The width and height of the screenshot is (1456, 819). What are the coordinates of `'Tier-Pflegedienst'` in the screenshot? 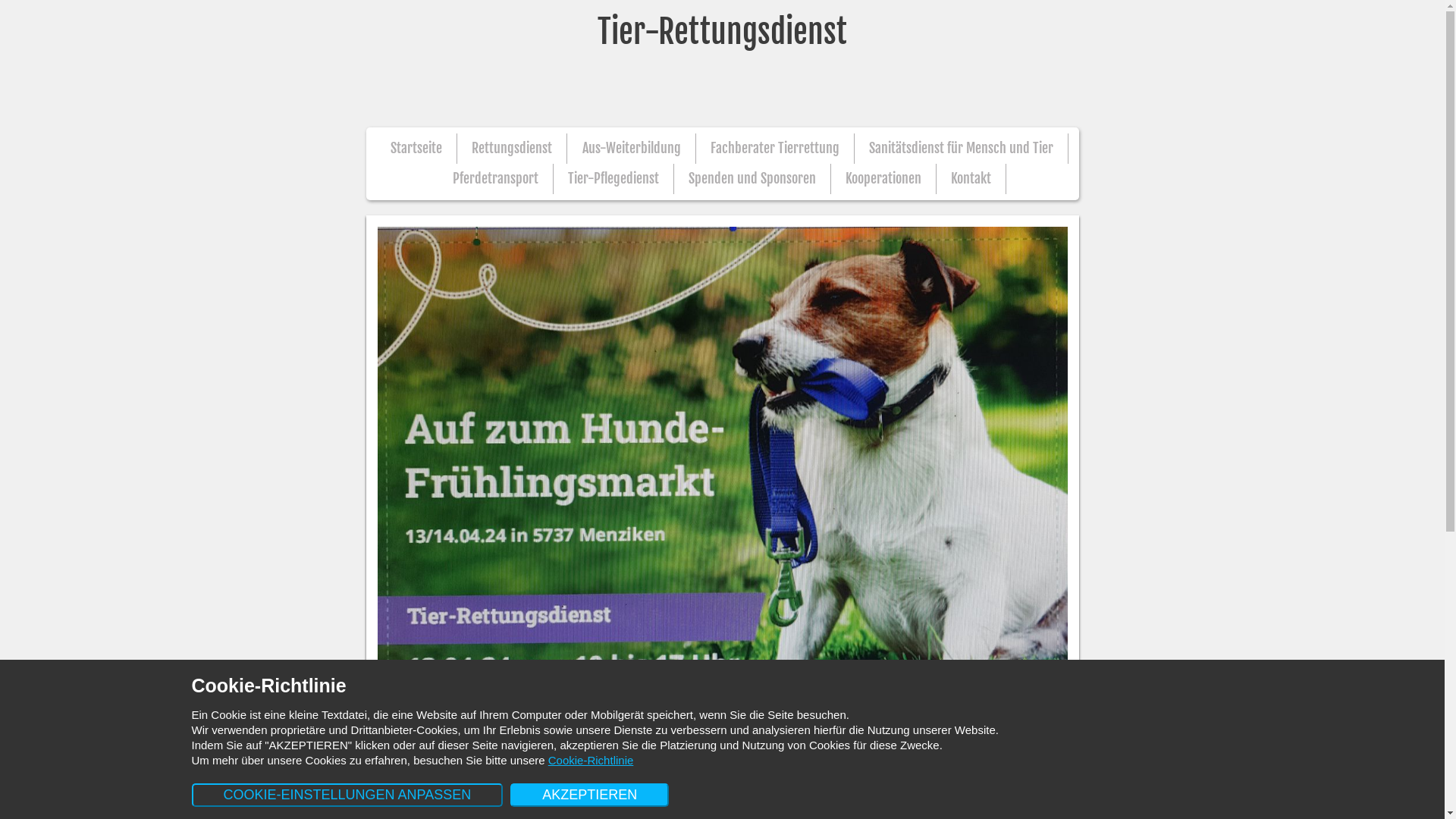 It's located at (560, 177).